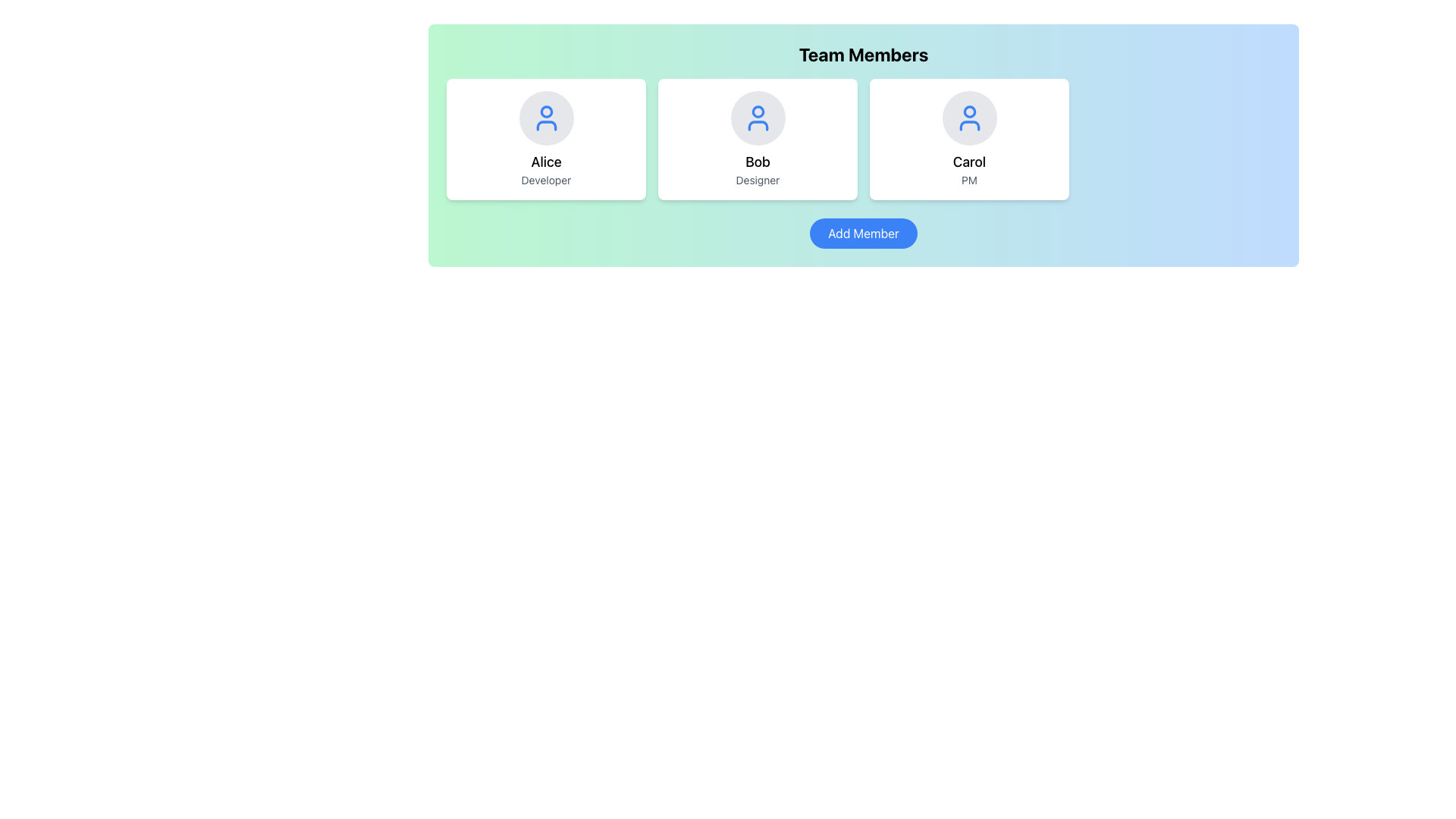 This screenshot has width=1456, height=819. Describe the element at coordinates (968, 162) in the screenshot. I see `name label text for the user profile card located in the team members list, which is positioned below the avatar image and above the label 'PM'` at that location.